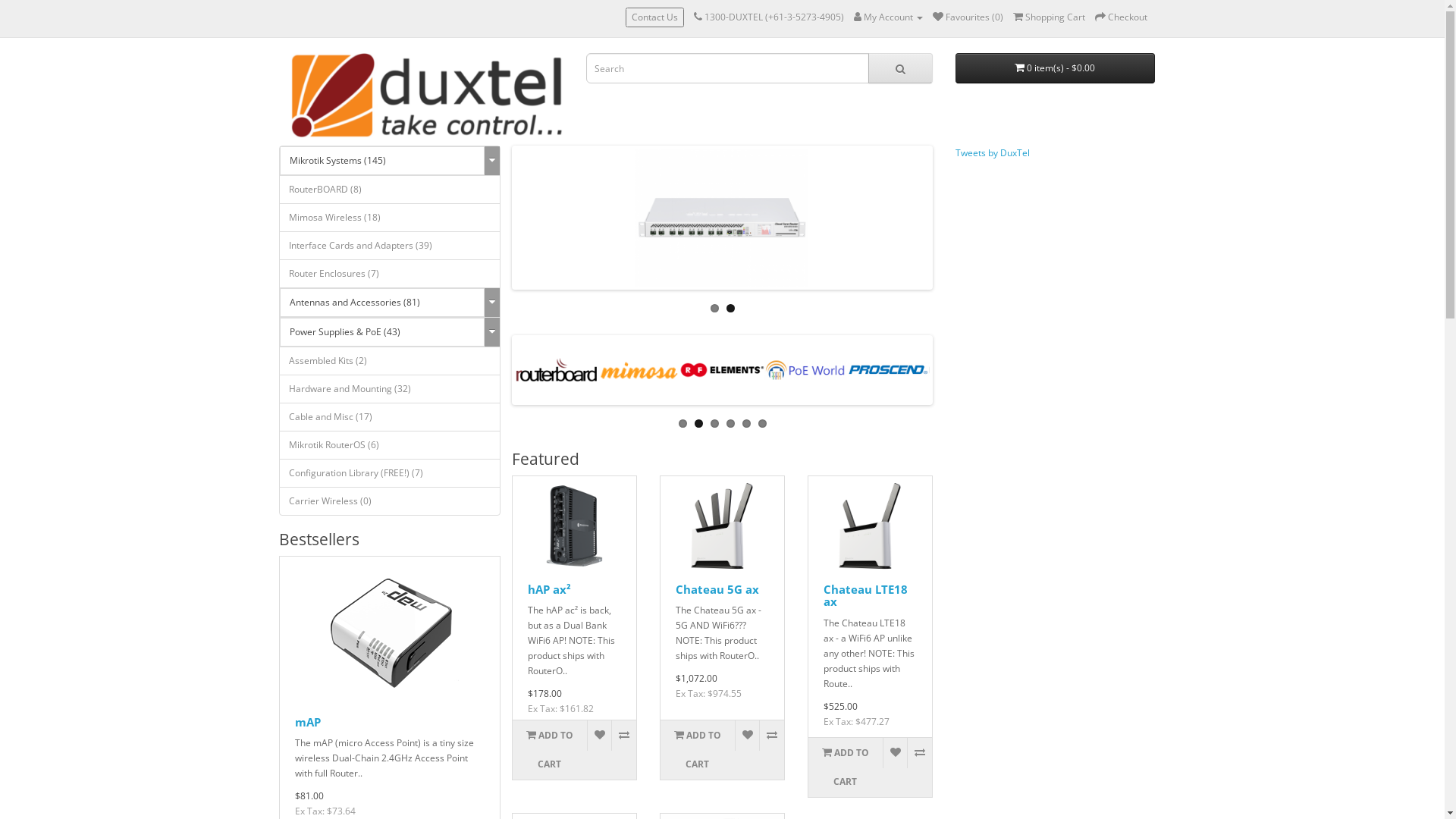 The height and width of the screenshot is (819, 1456). What do you see at coordinates (888, 17) in the screenshot?
I see `'My Account'` at bounding box center [888, 17].